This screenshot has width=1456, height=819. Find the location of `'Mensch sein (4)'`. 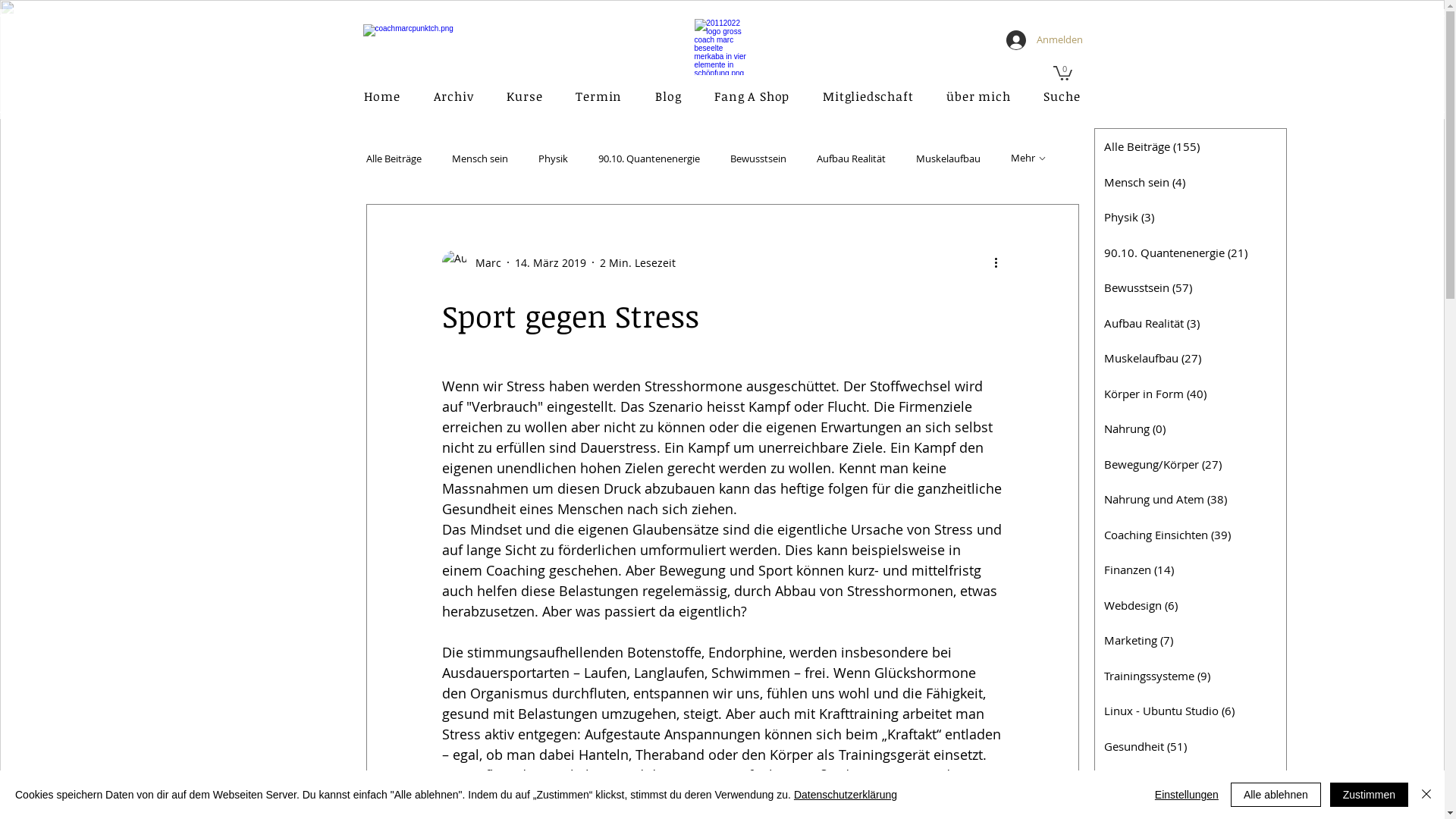

'Mensch sein (4)' is located at coordinates (1189, 180).